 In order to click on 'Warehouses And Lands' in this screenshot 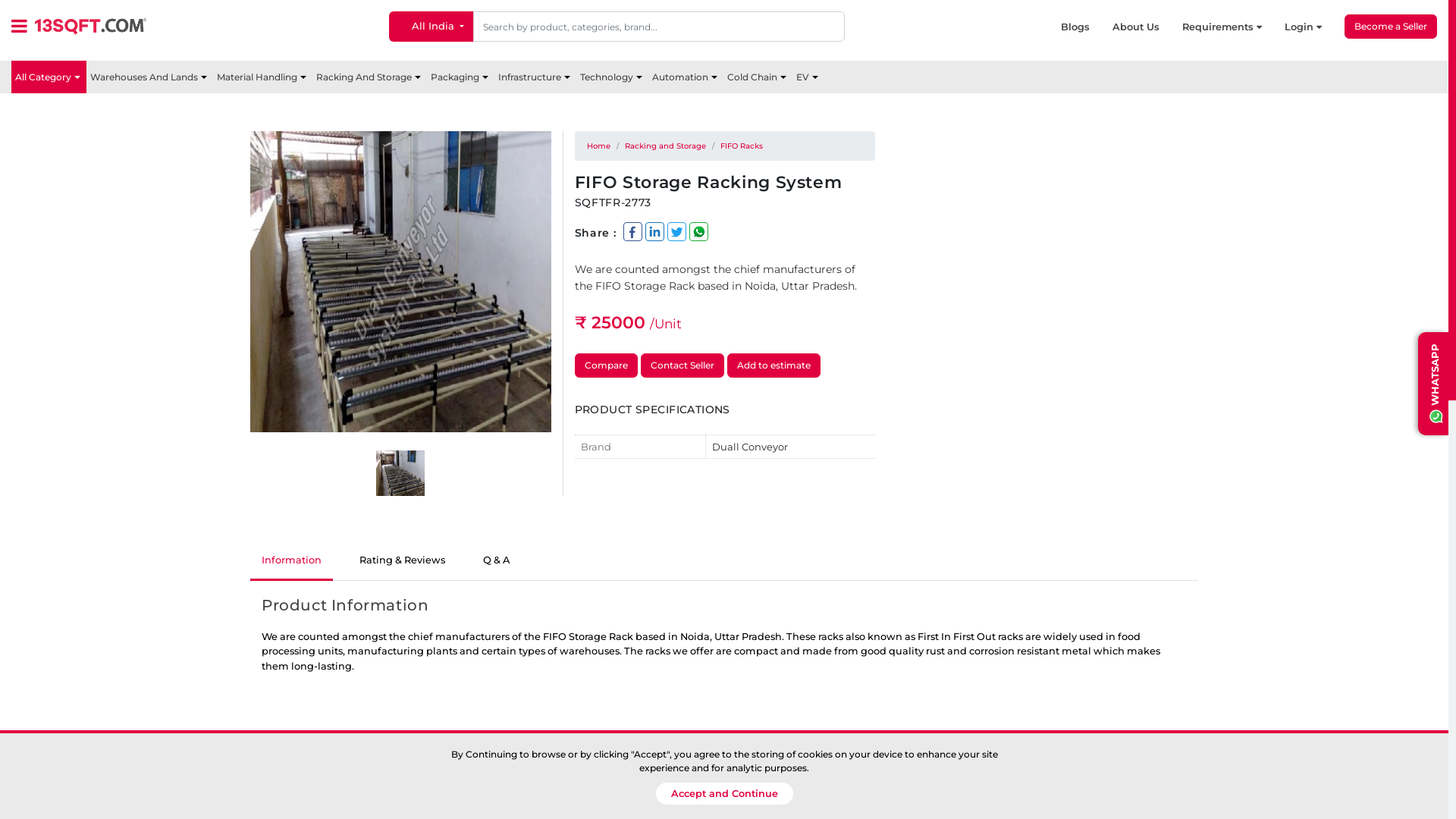, I will do `click(149, 77)`.